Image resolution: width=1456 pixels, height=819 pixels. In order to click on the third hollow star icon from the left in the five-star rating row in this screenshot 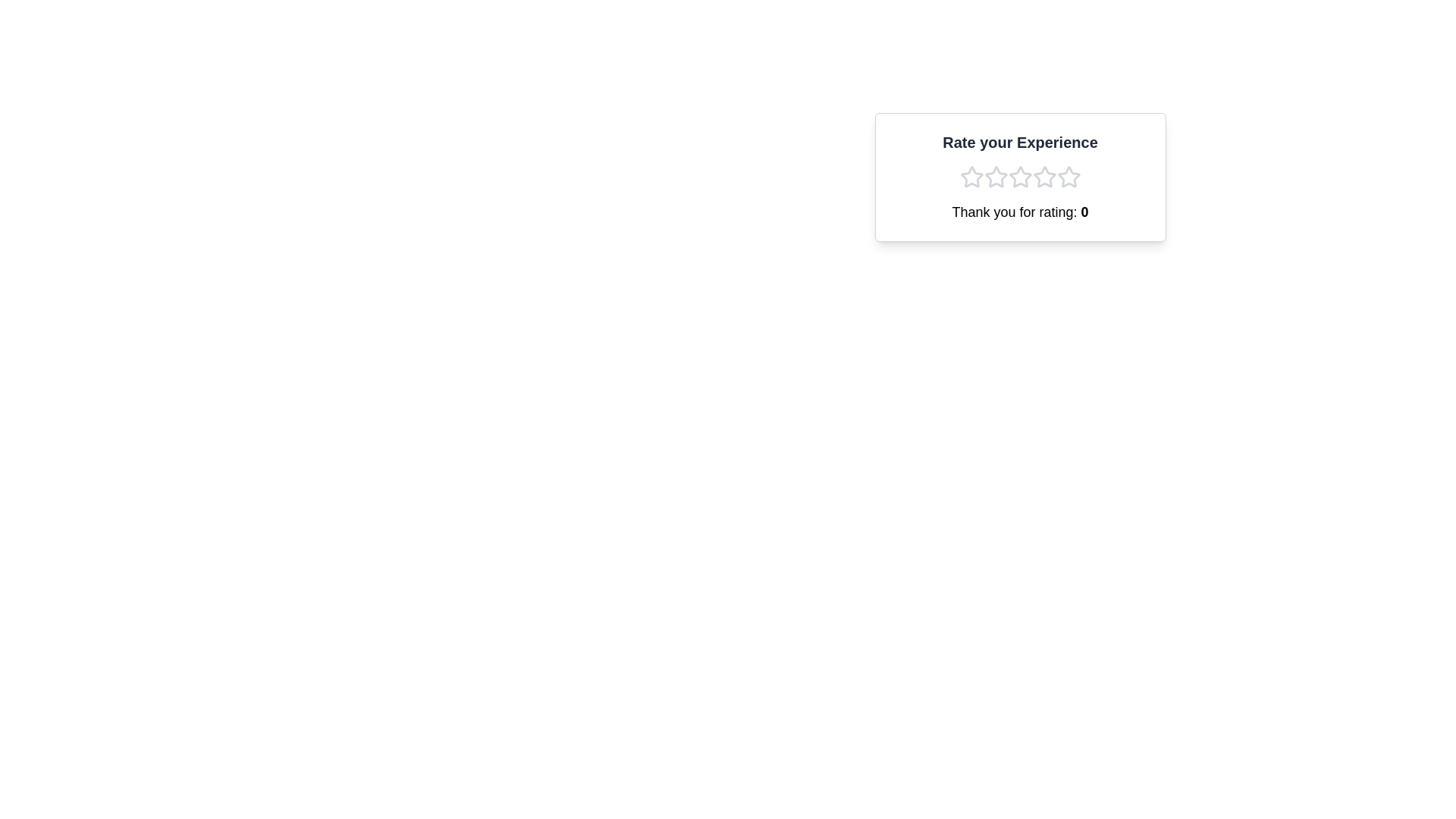, I will do `click(1020, 176)`.